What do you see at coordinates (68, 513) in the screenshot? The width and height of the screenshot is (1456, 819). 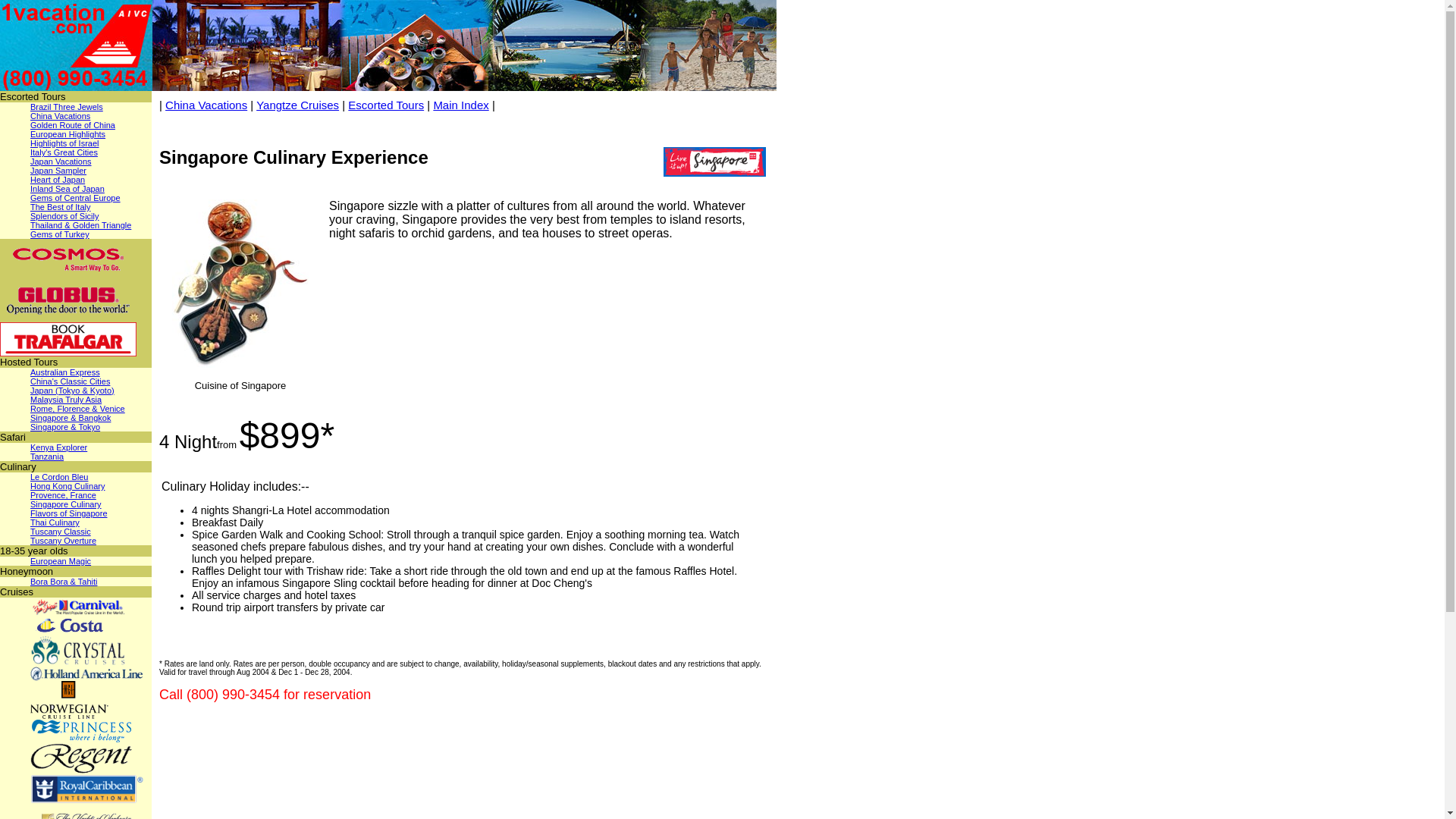 I see `'Flavors of Singapore'` at bounding box center [68, 513].